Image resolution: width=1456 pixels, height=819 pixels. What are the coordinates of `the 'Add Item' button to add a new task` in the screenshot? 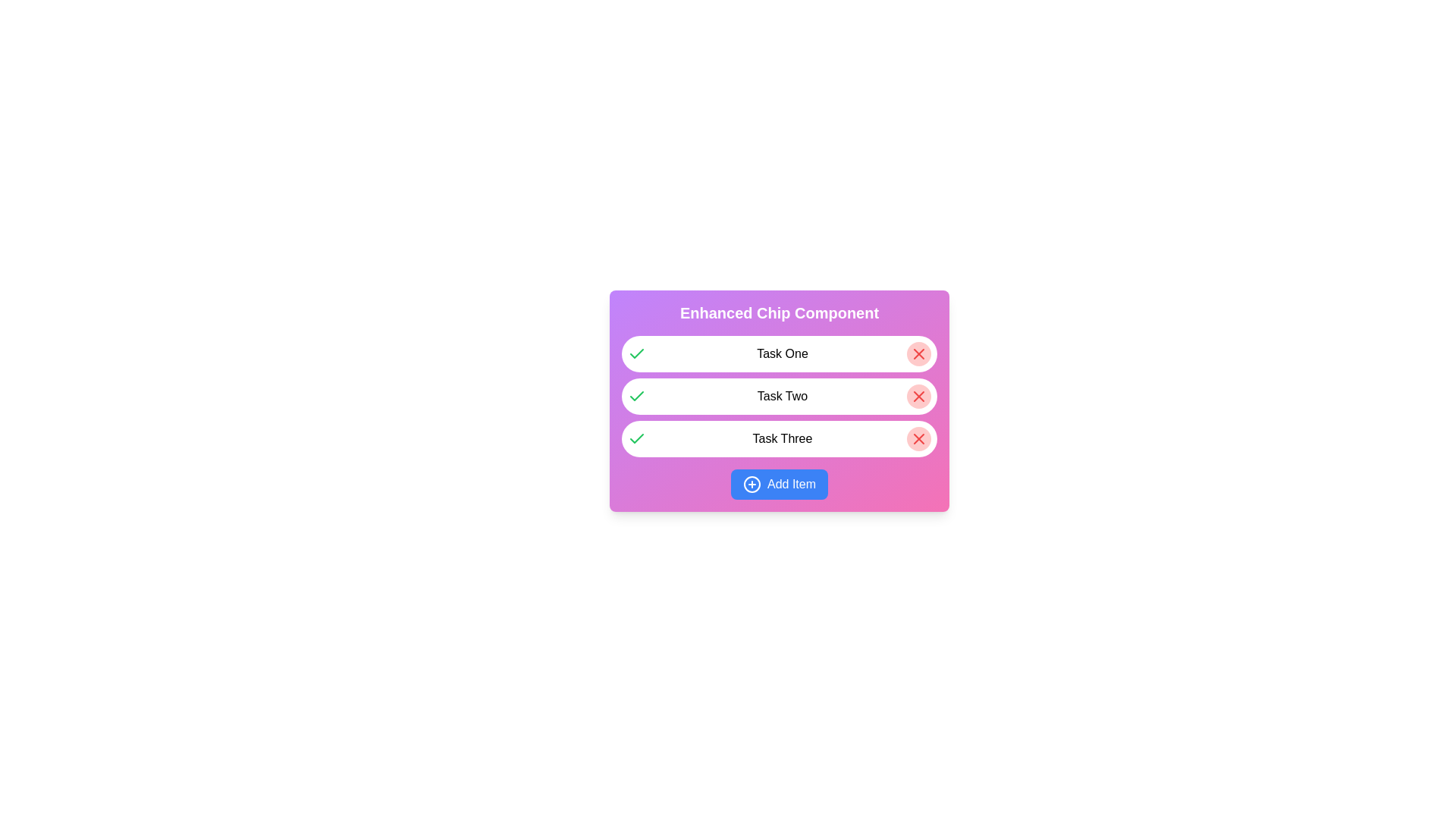 It's located at (779, 485).